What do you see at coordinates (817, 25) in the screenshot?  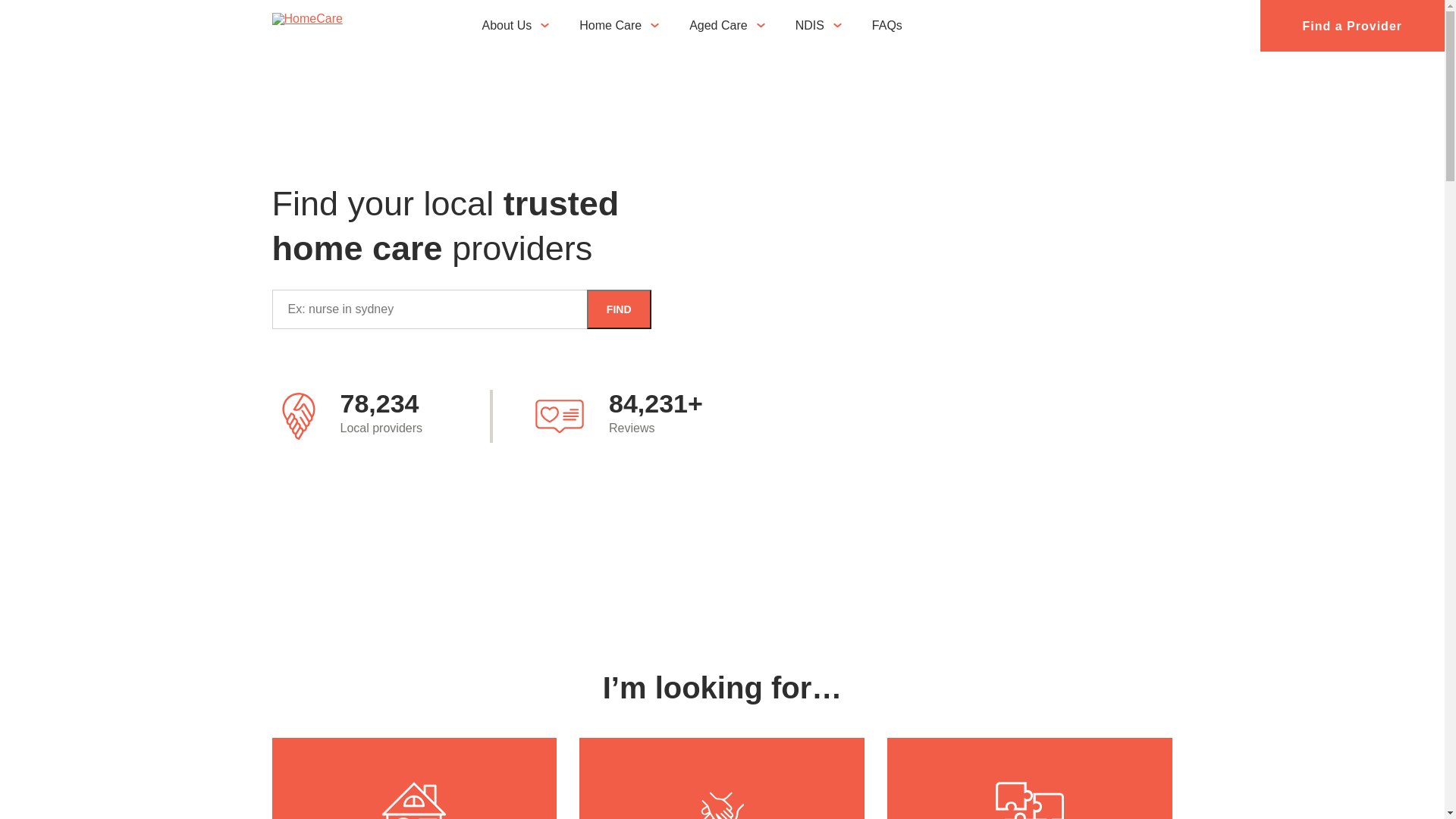 I see `'NDIS'` at bounding box center [817, 25].